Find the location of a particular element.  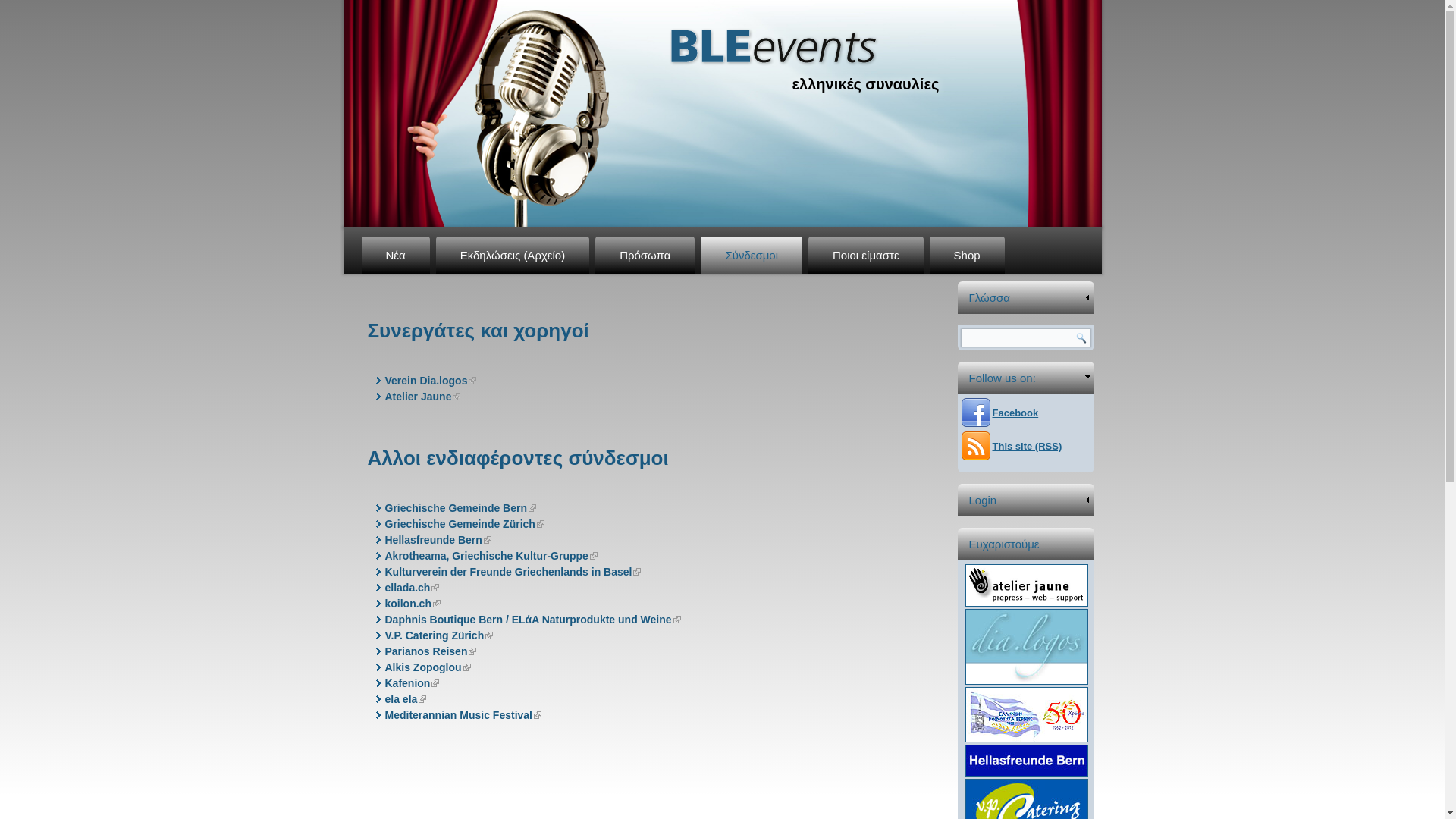

'Verein Dia.logos is located at coordinates (430, 379).